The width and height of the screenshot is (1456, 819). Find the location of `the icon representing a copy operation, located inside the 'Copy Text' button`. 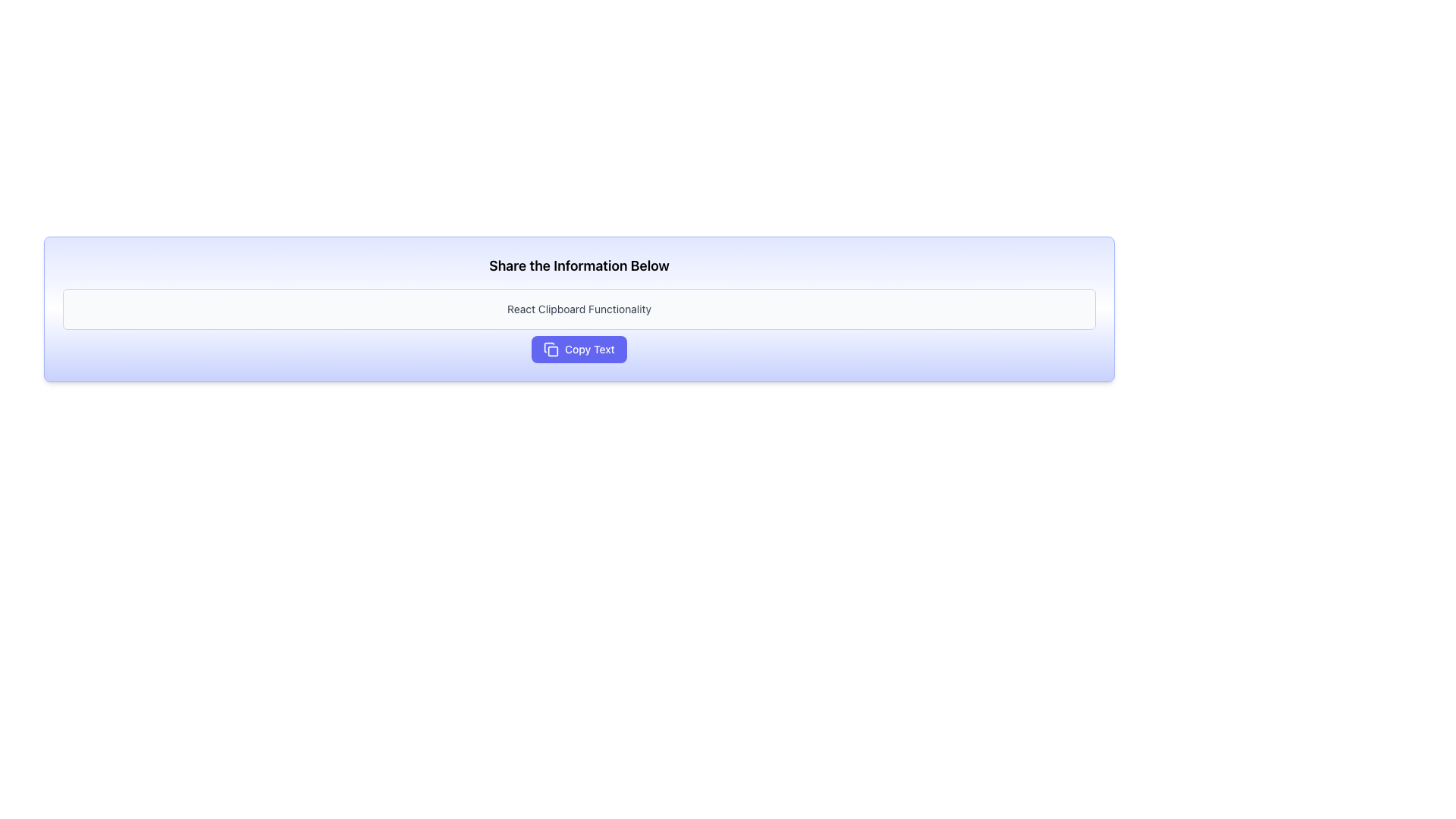

the icon representing a copy operation, located inside the 'Copy Text' button is located at coordinates (551, 350).